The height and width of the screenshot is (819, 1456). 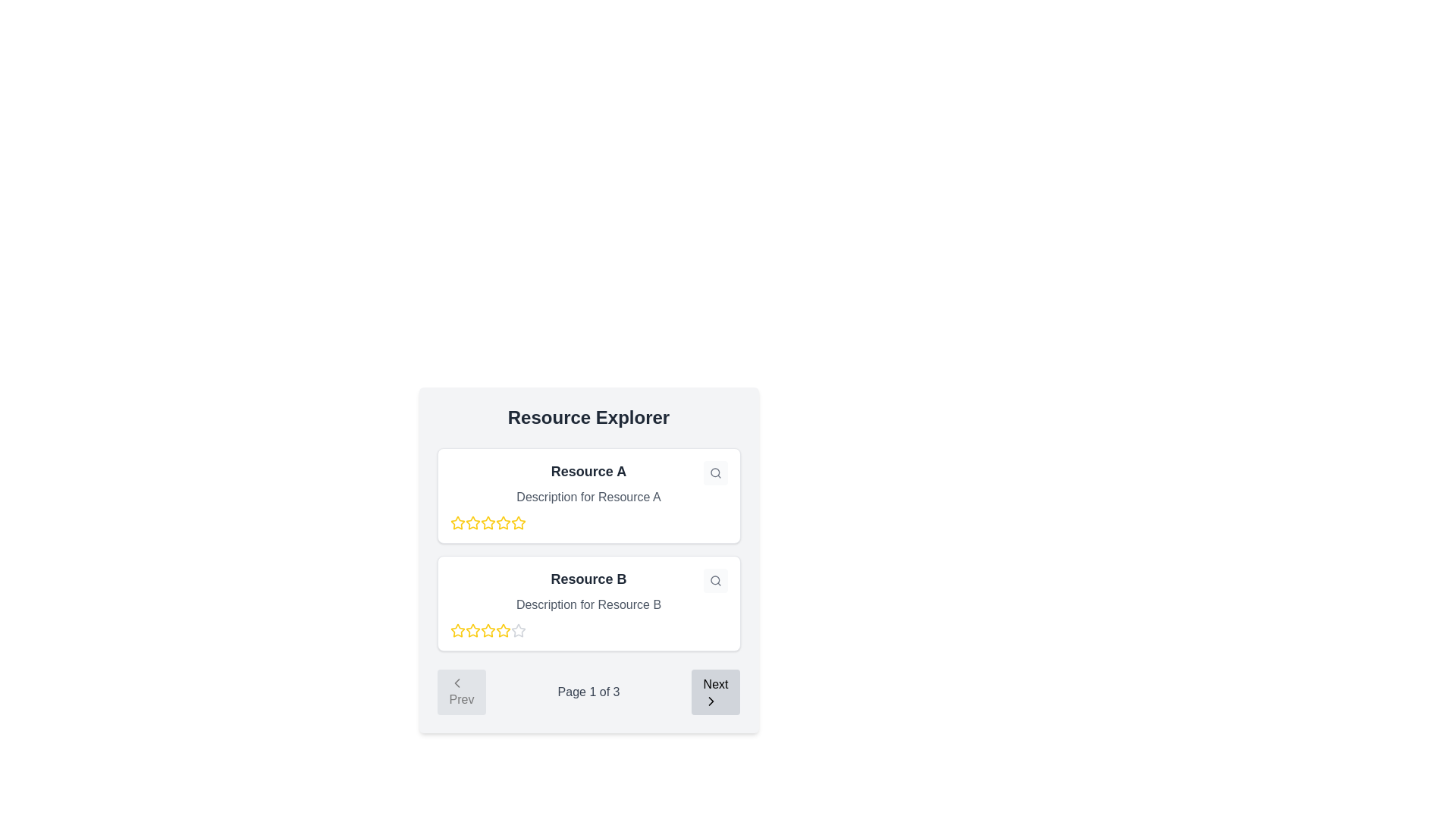 I want to click on the disabled gray button labeled 'Prev' with a leftward arrow icon, located at the bottom of the Resource Explorer widget and adjacent to the 'Page 1 of 3' label, so click(x=461, y=692).